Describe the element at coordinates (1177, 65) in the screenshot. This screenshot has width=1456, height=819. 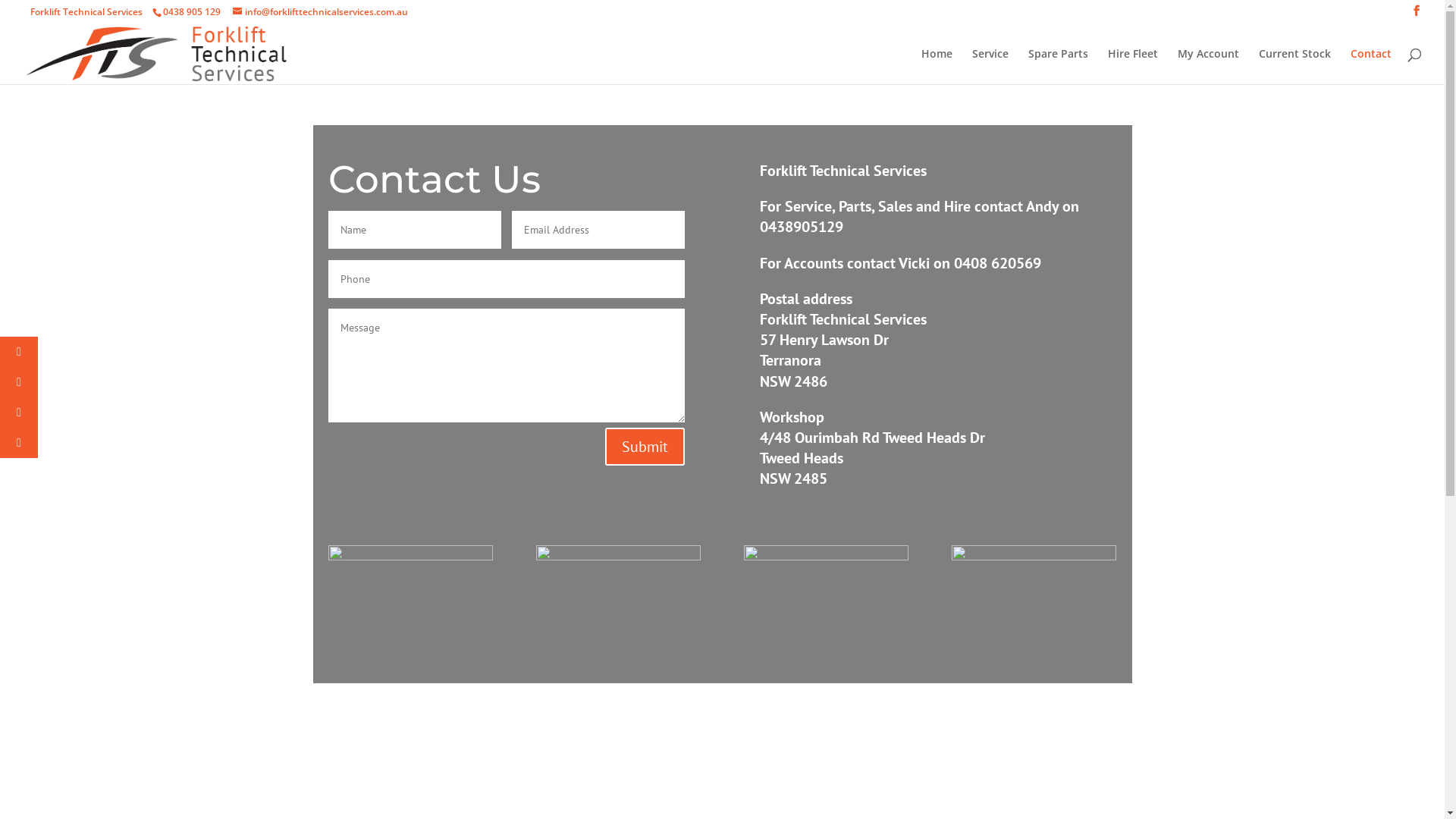
I see `'My Account'` at that location.